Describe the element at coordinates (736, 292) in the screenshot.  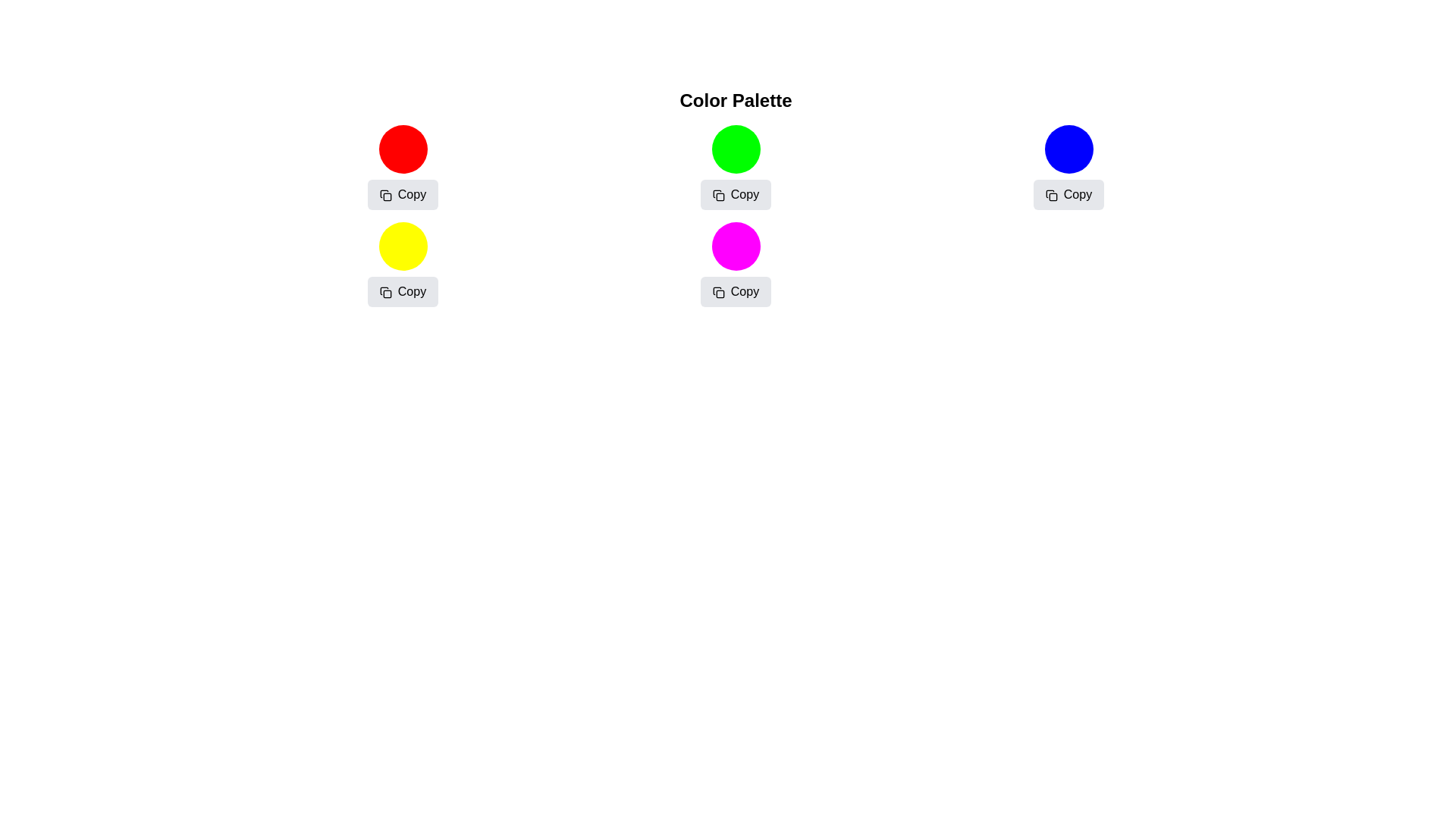
I see `the 'Copy' button located directly below the pink-colored circle in the 'Color Palette' column to change its background color` at that location.